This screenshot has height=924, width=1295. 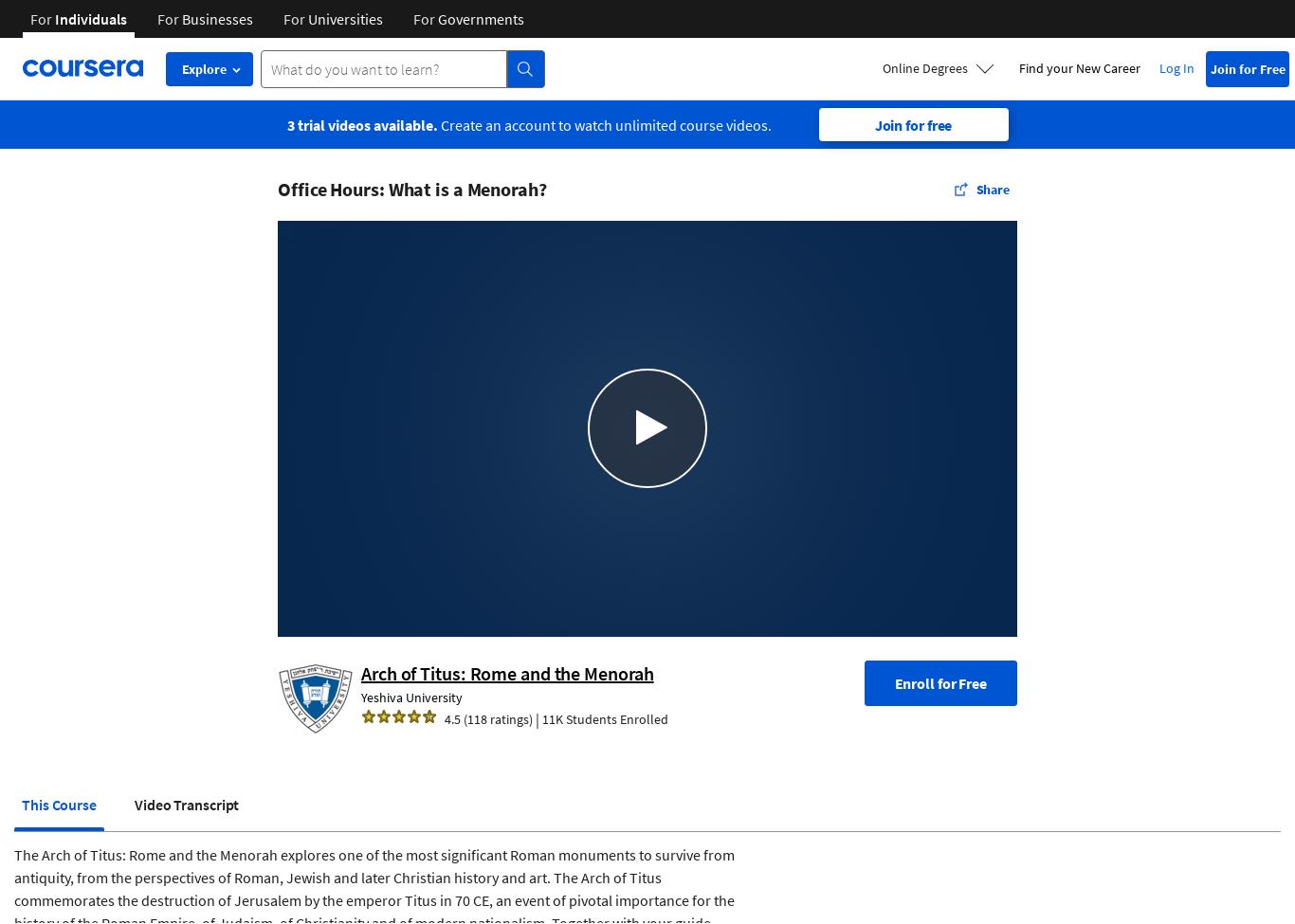 I want to click on 'Enroll for Free', so click(x=939, y=681).